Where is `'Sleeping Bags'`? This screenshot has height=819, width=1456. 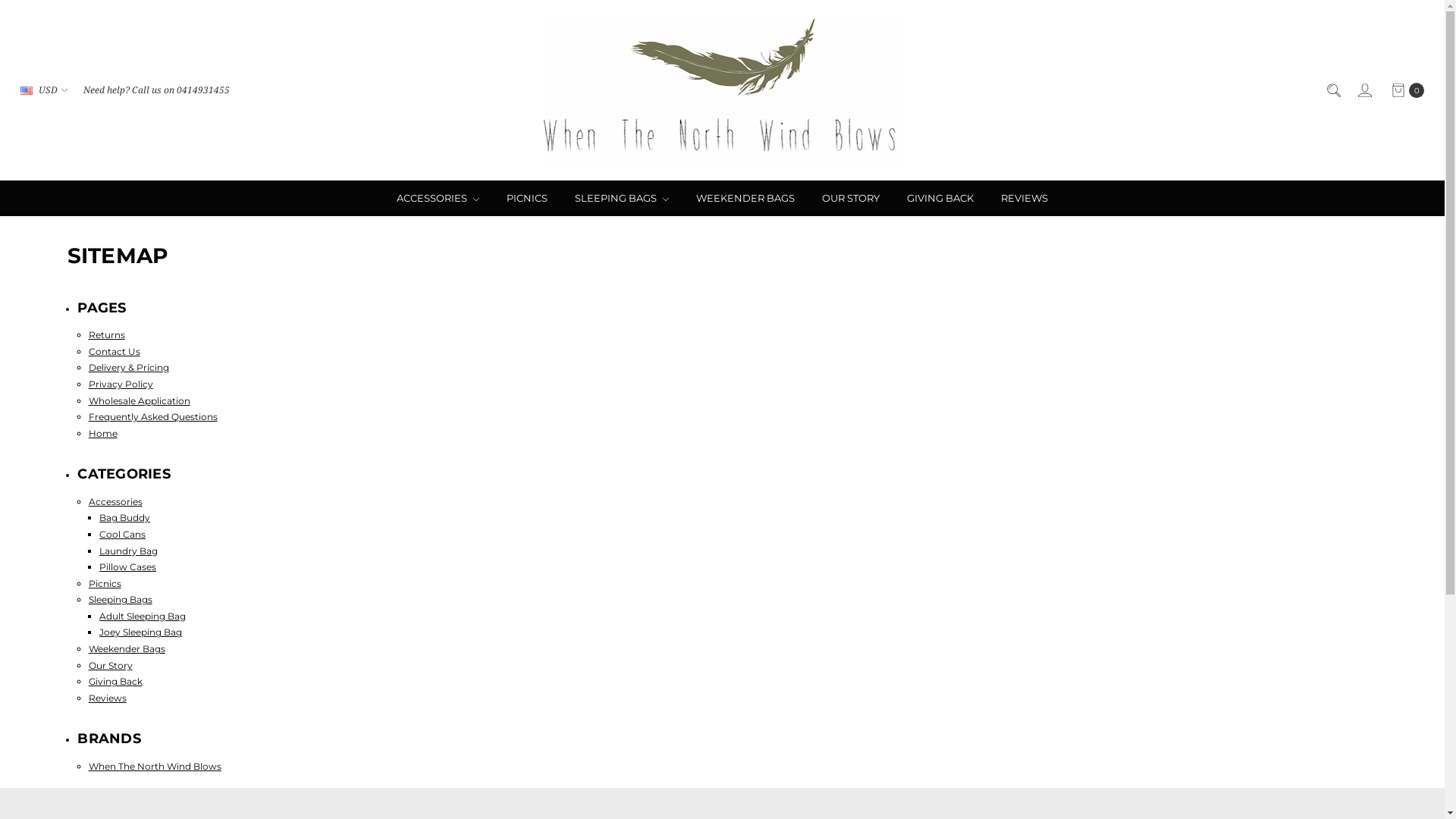
'Sleeping Bags' is located at coordinates (119, 598).